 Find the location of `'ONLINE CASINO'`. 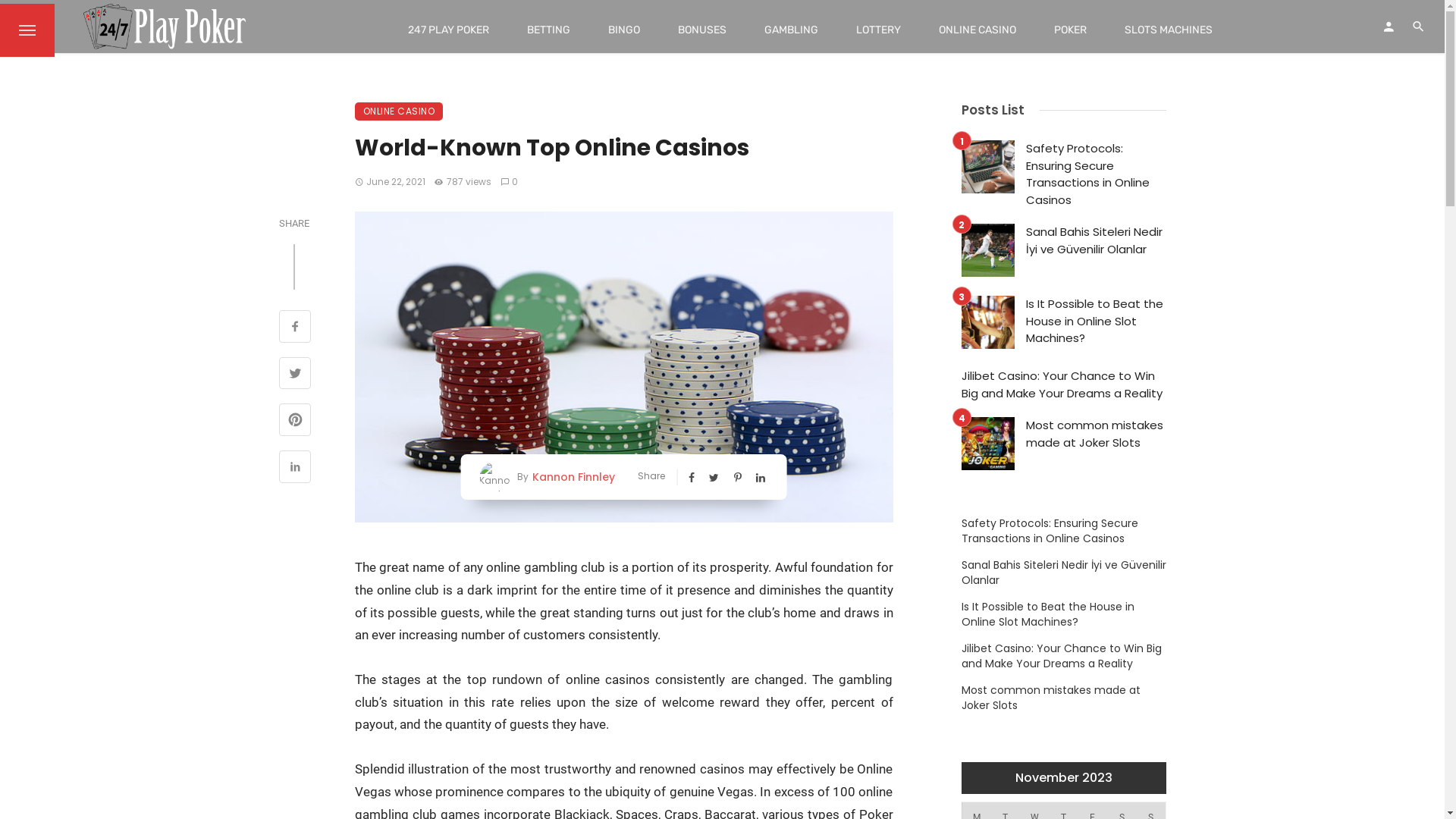

'ONLINE CASINO' is located at coordinates (399, 110).